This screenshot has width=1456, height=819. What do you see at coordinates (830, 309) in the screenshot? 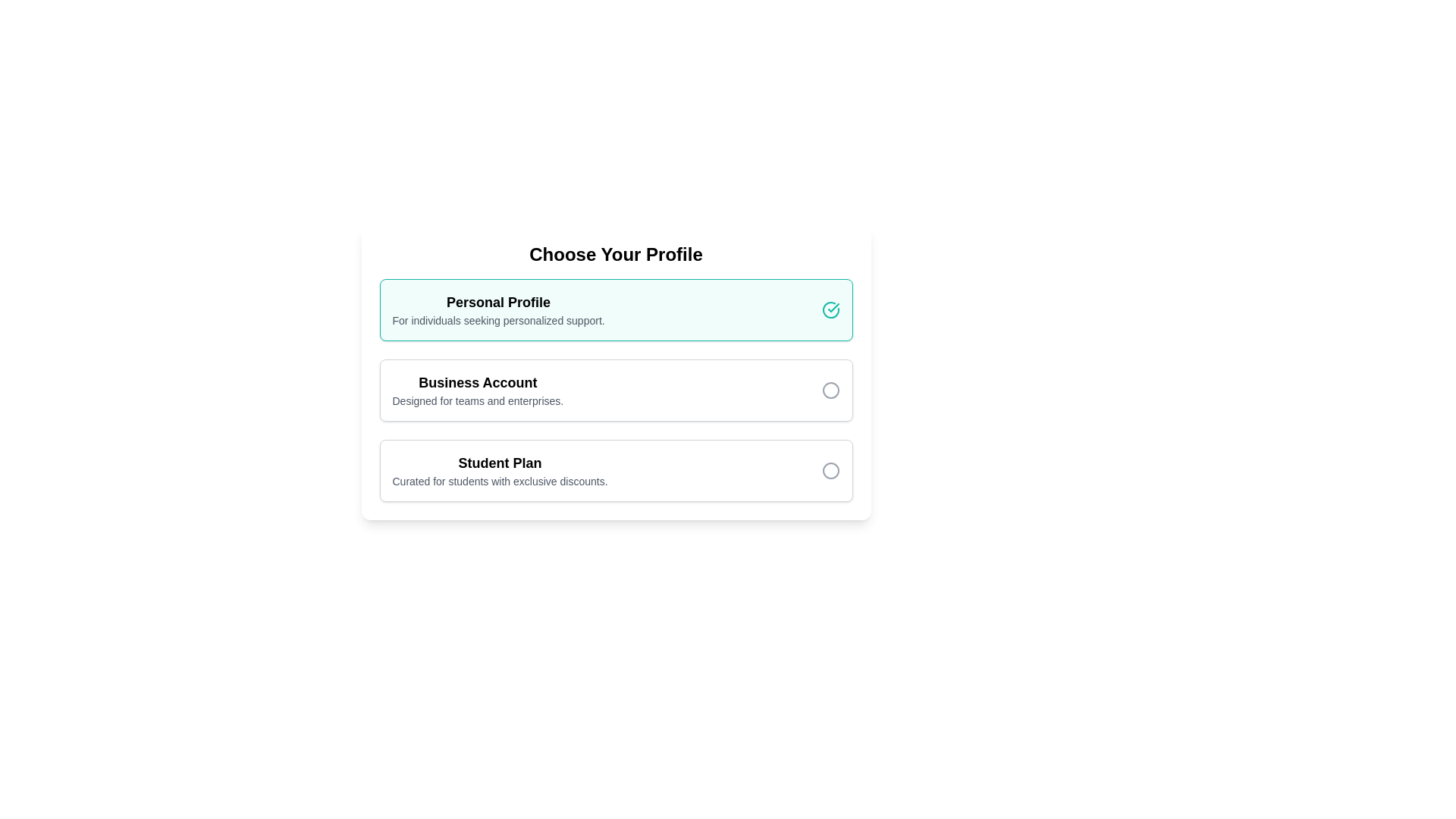
I see `the visual indicator icon that indicates the 'Personal Profile' option has been selected in the user profile selection interface` at bounding box center [830, 309].